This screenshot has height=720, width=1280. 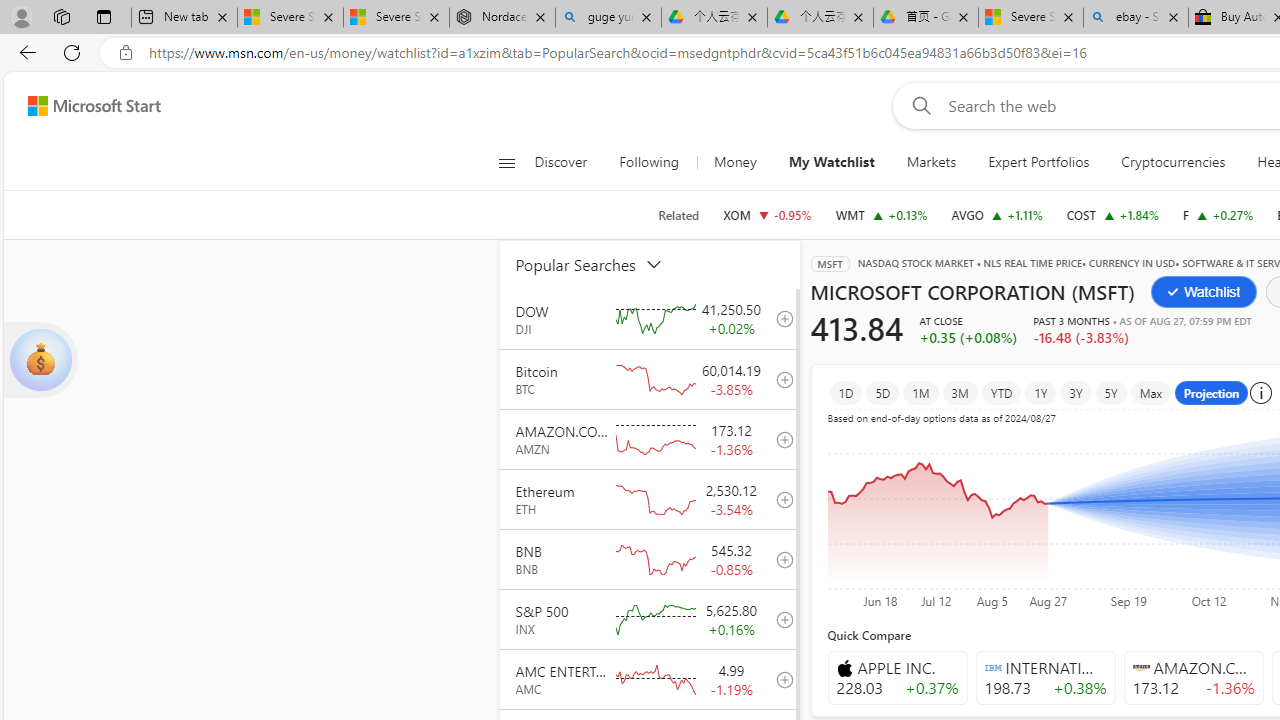 What do you see at coordinates (919, 392) in the screenshot?
I see `'1M'` at bounding box center [919, 392].